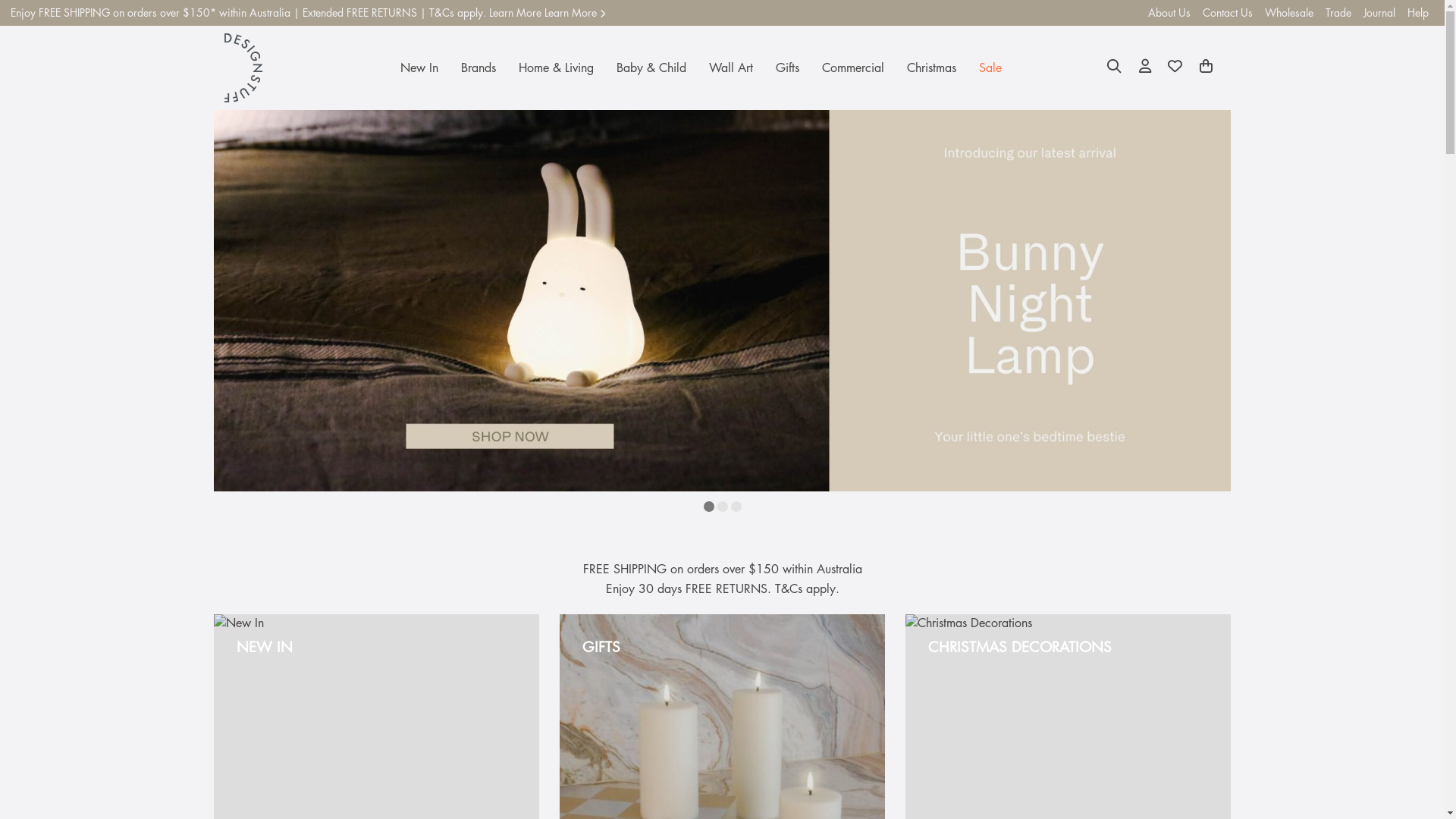 The width and height of the screenshot is (1456, 819). Describe the element at coordinates (1145, 67) in the screenshot. I see `'View account menu'` at that location.